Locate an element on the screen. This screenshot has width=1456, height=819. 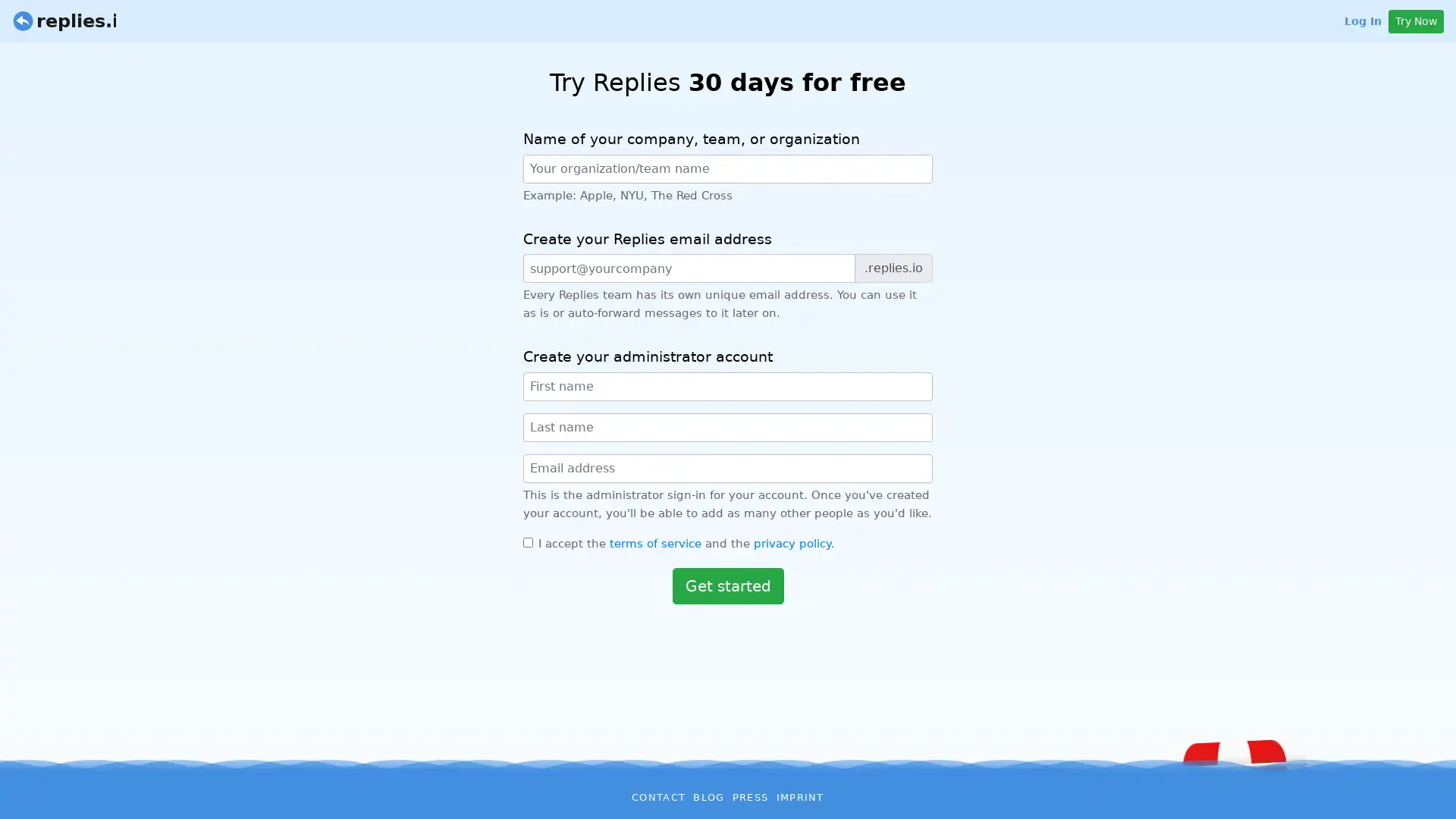
Get started is located at coordinates (726, 584).